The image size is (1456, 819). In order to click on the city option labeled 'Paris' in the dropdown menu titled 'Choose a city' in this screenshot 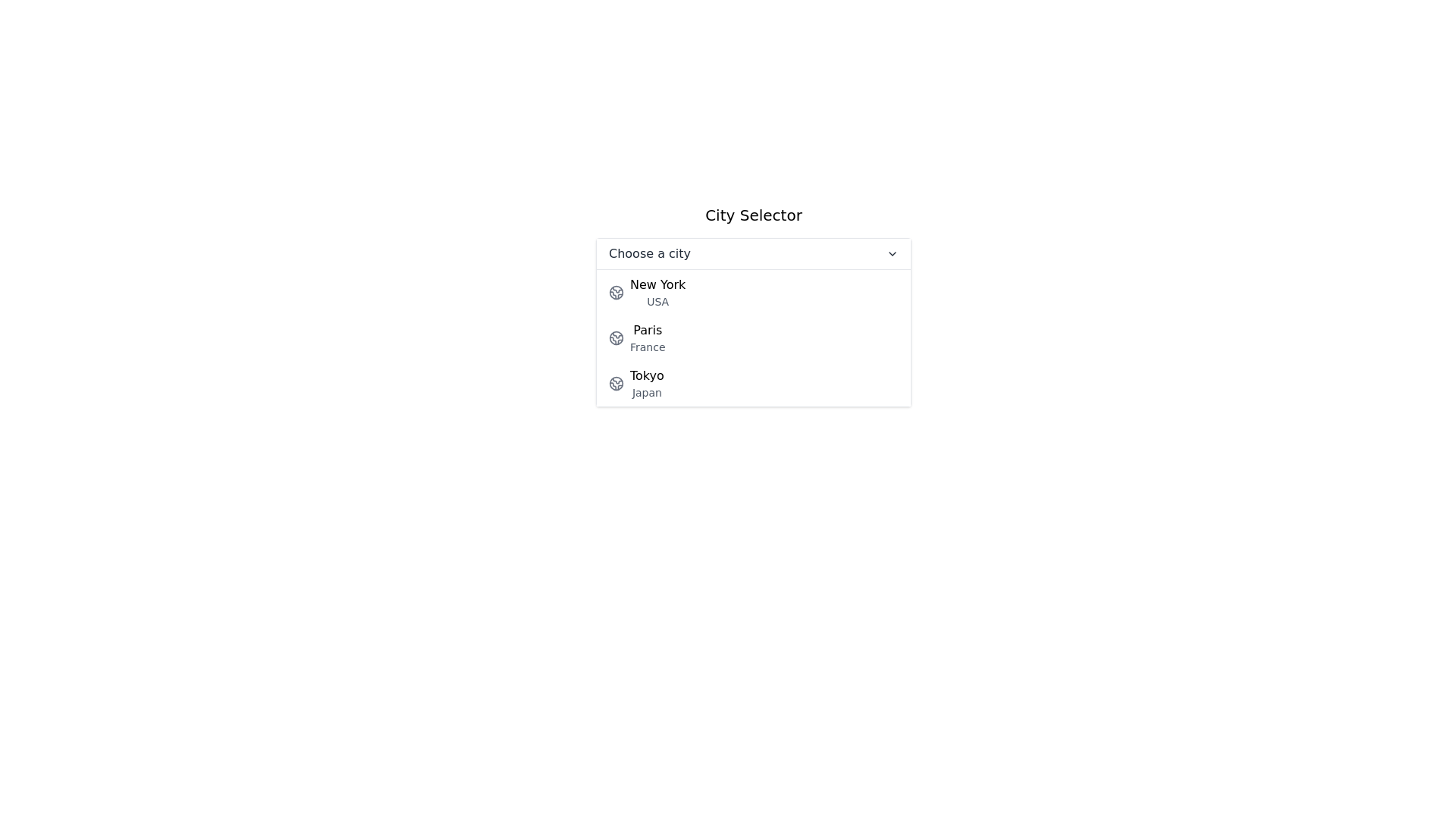, I will do `click(753, 337)`.